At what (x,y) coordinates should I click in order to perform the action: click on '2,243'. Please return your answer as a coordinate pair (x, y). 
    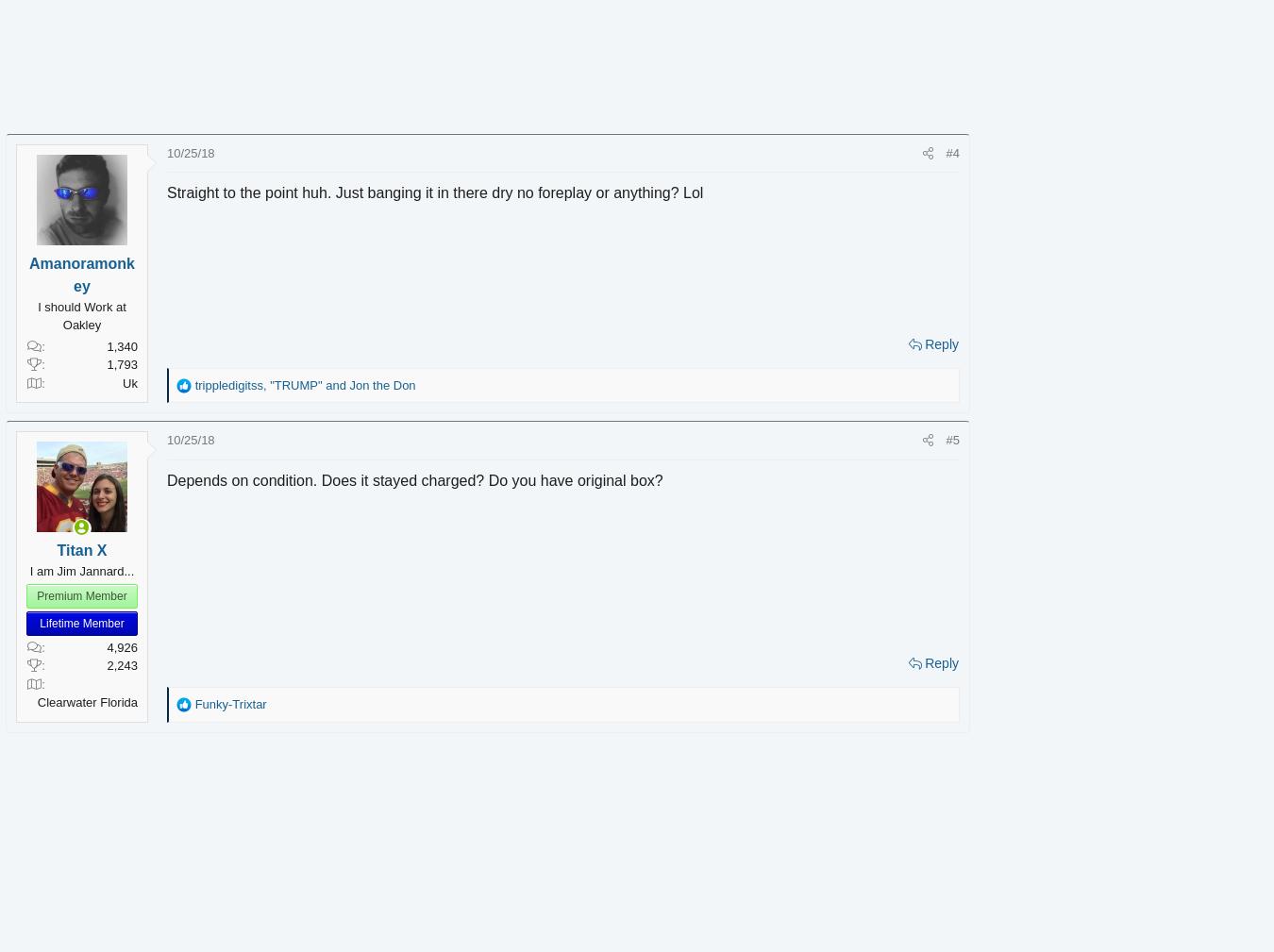
    Looking at the image, I should click on (149, 665).